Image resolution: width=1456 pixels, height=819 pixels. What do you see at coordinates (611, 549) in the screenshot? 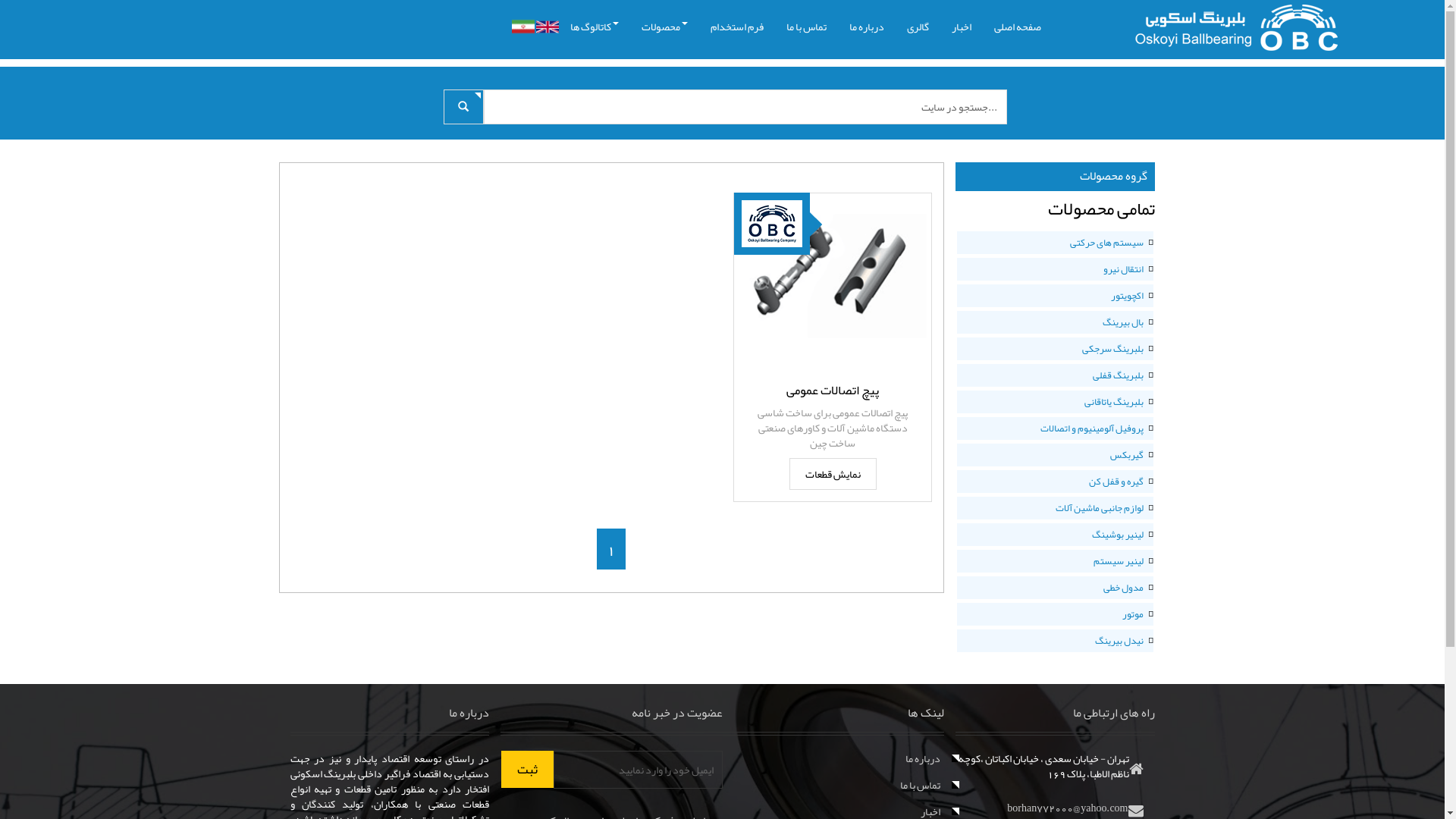
I see `'1'` at bounding box center [611, 549].